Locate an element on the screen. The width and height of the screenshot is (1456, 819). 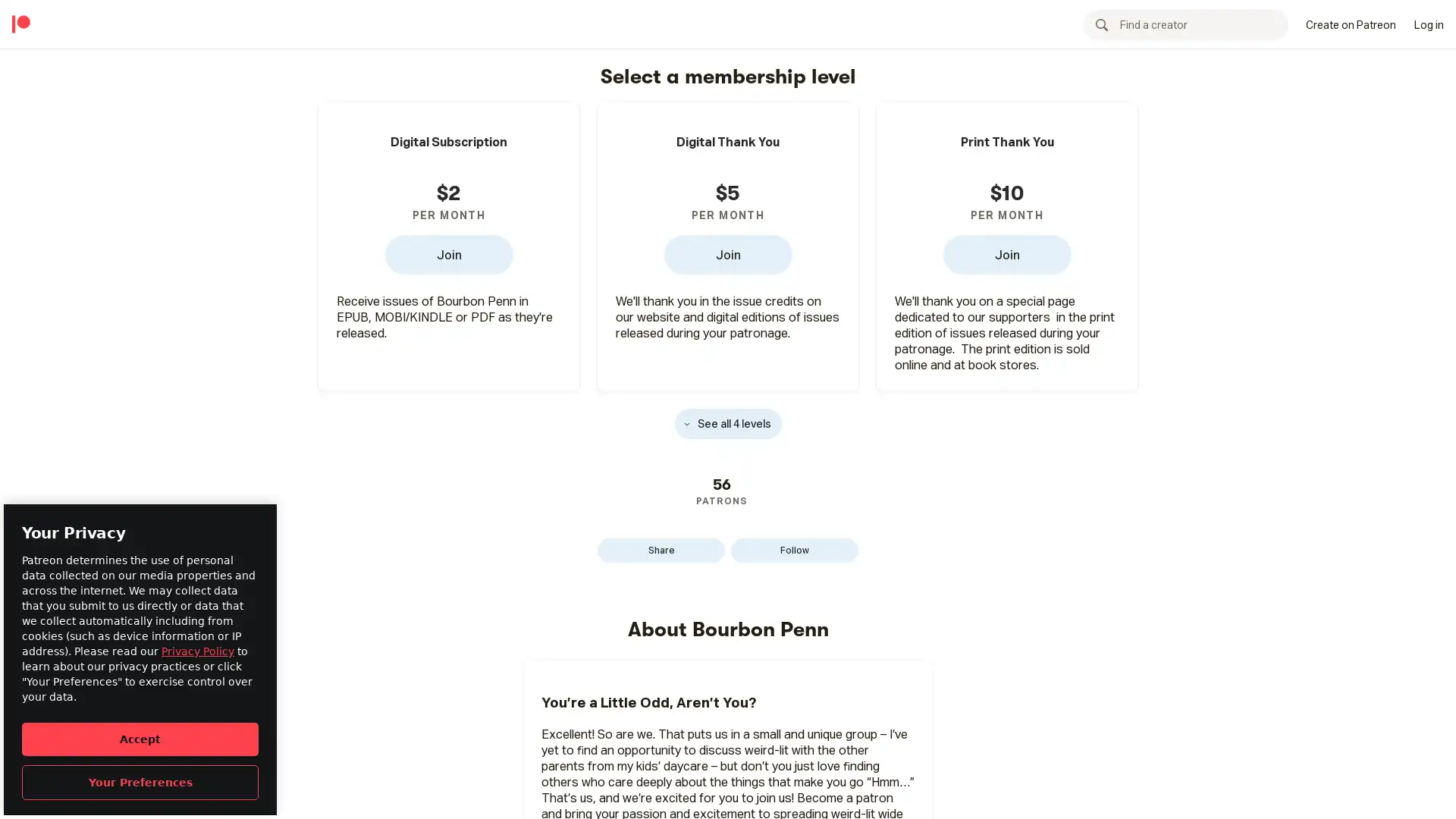
Accept is located at coordinates (140, 738).